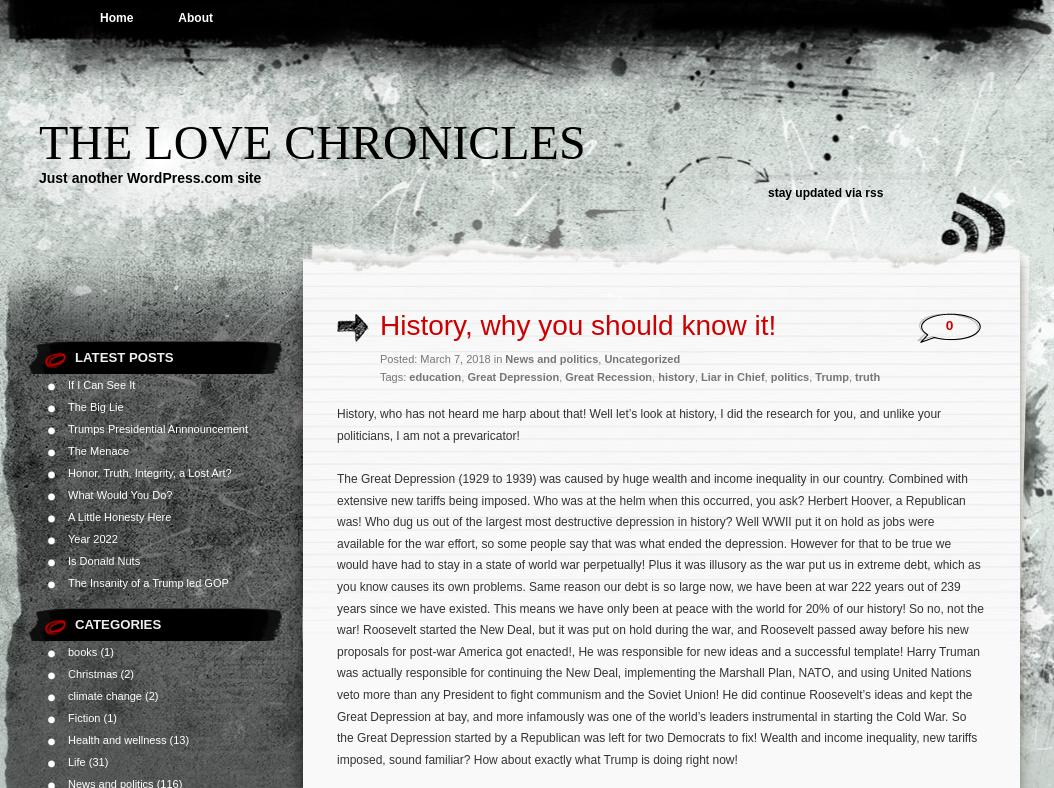  I want to click on 'books', so click(81, 650).